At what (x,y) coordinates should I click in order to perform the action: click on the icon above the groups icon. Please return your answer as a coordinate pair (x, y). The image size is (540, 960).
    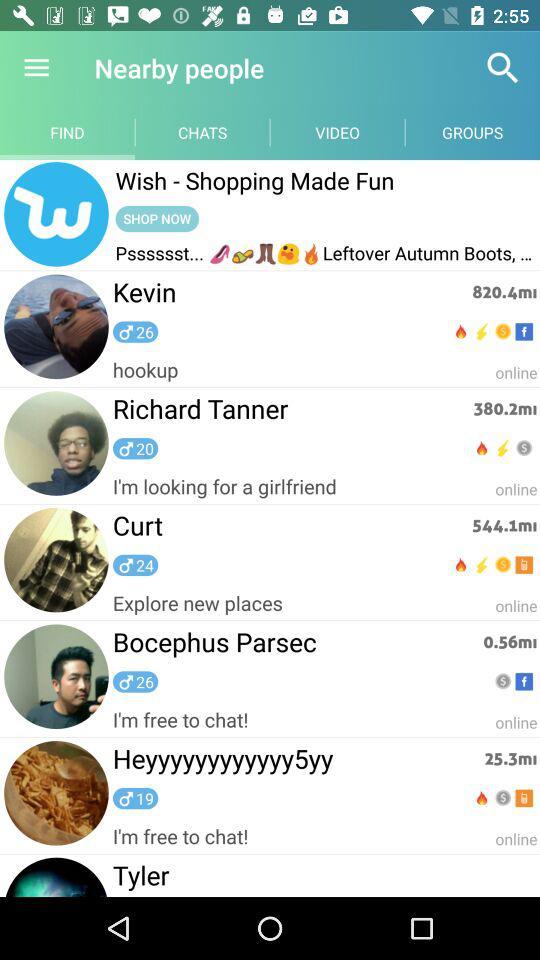
    Looking at the image, I should click on (502, 68).